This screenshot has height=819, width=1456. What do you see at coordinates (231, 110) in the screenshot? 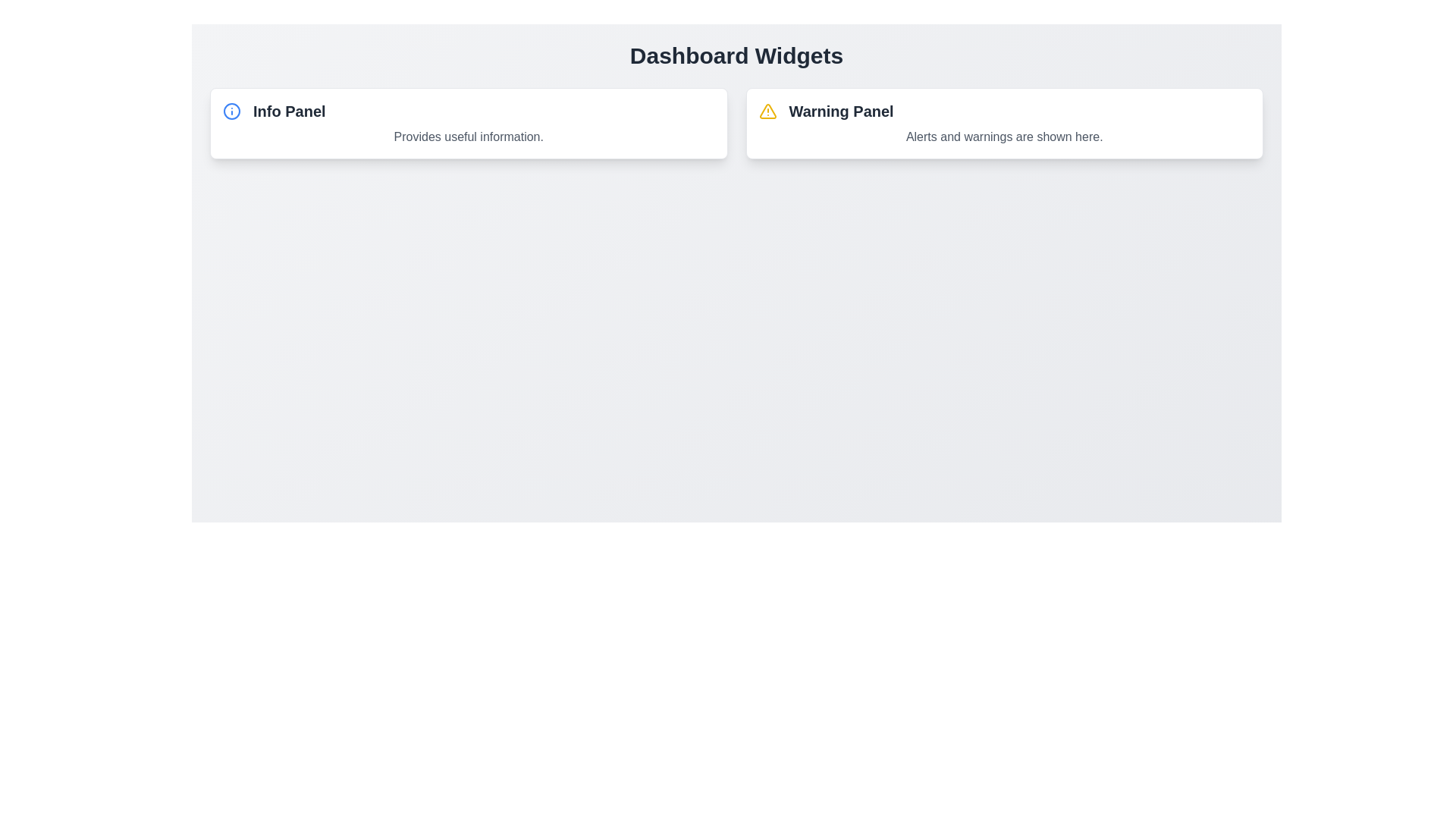
I see `the blue circular SVG icon with an information symbol located in the left part of the 'Info Panel' component` at bounding box center [231, 110].